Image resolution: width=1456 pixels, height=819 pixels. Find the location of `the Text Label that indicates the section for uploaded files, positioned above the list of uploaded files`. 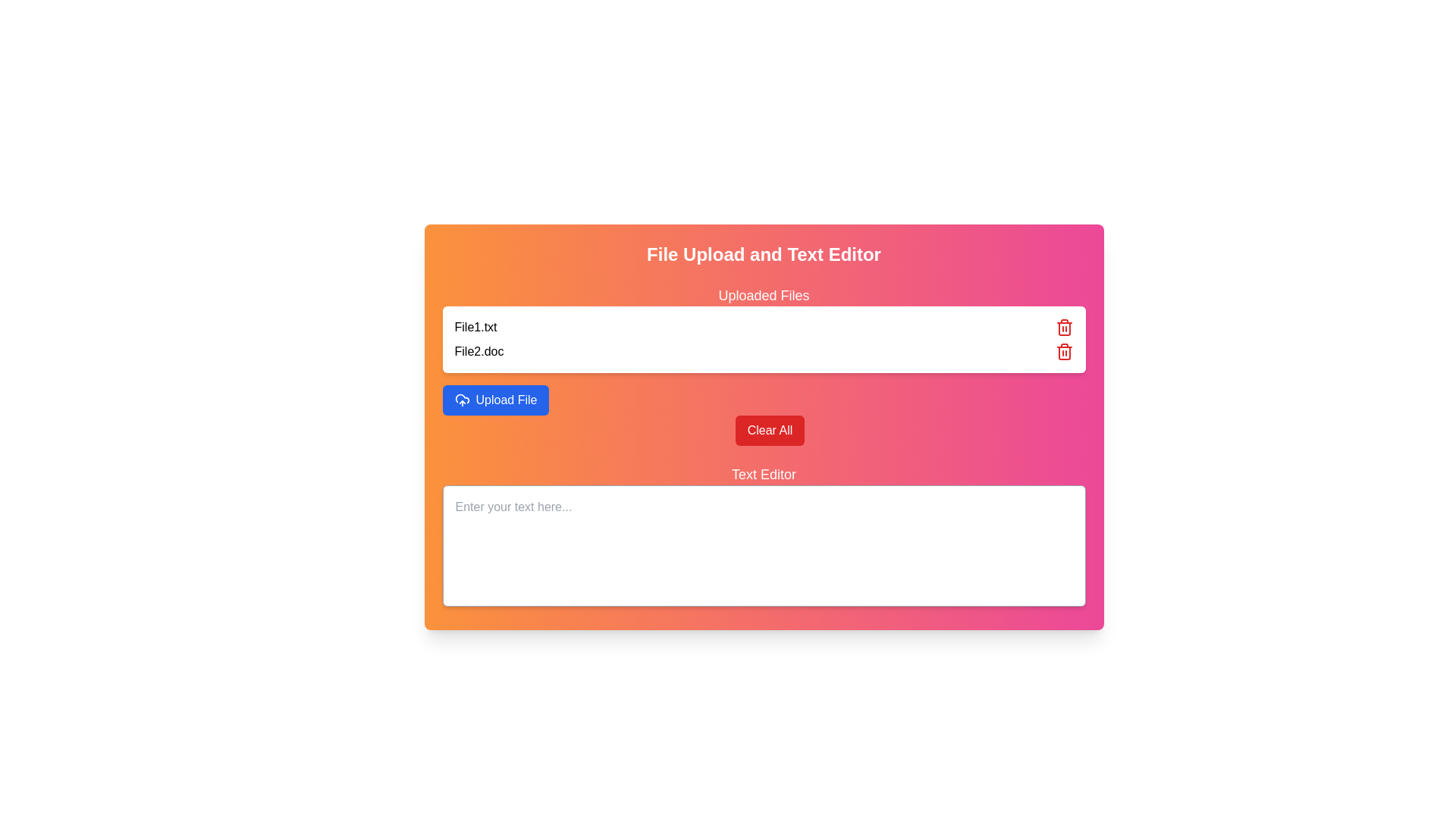

the Text Label that indicates the section for uploaded files, positioned above the list of uploaded files is located at coordinates (764, 295).